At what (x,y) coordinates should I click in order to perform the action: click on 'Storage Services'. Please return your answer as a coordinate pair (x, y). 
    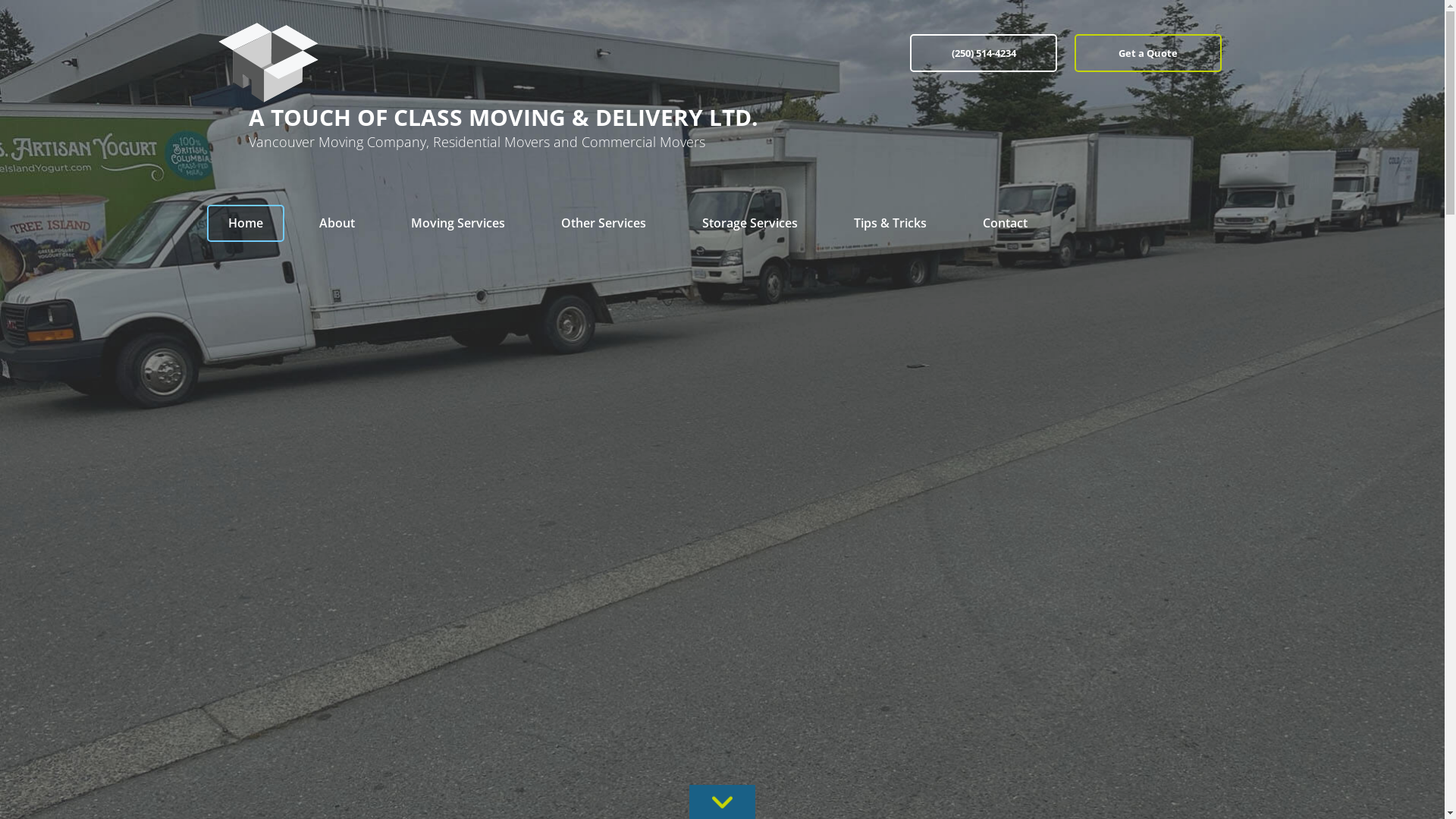
    Looking at the image, I should click on (749, 223).